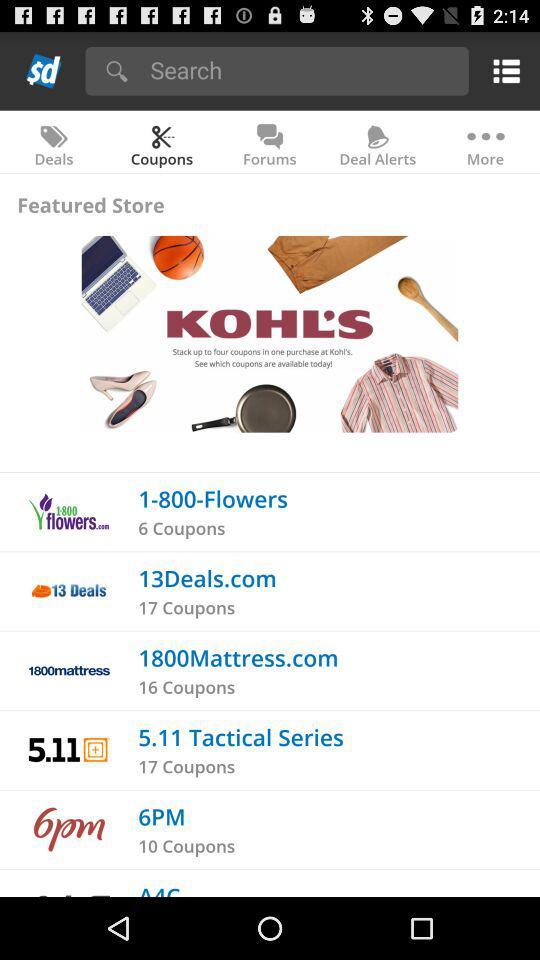  What do you see at coordinates (161, 816) in the screenshot?
I see `the app above 10 coupons icon` at bounding box center [161, 816].